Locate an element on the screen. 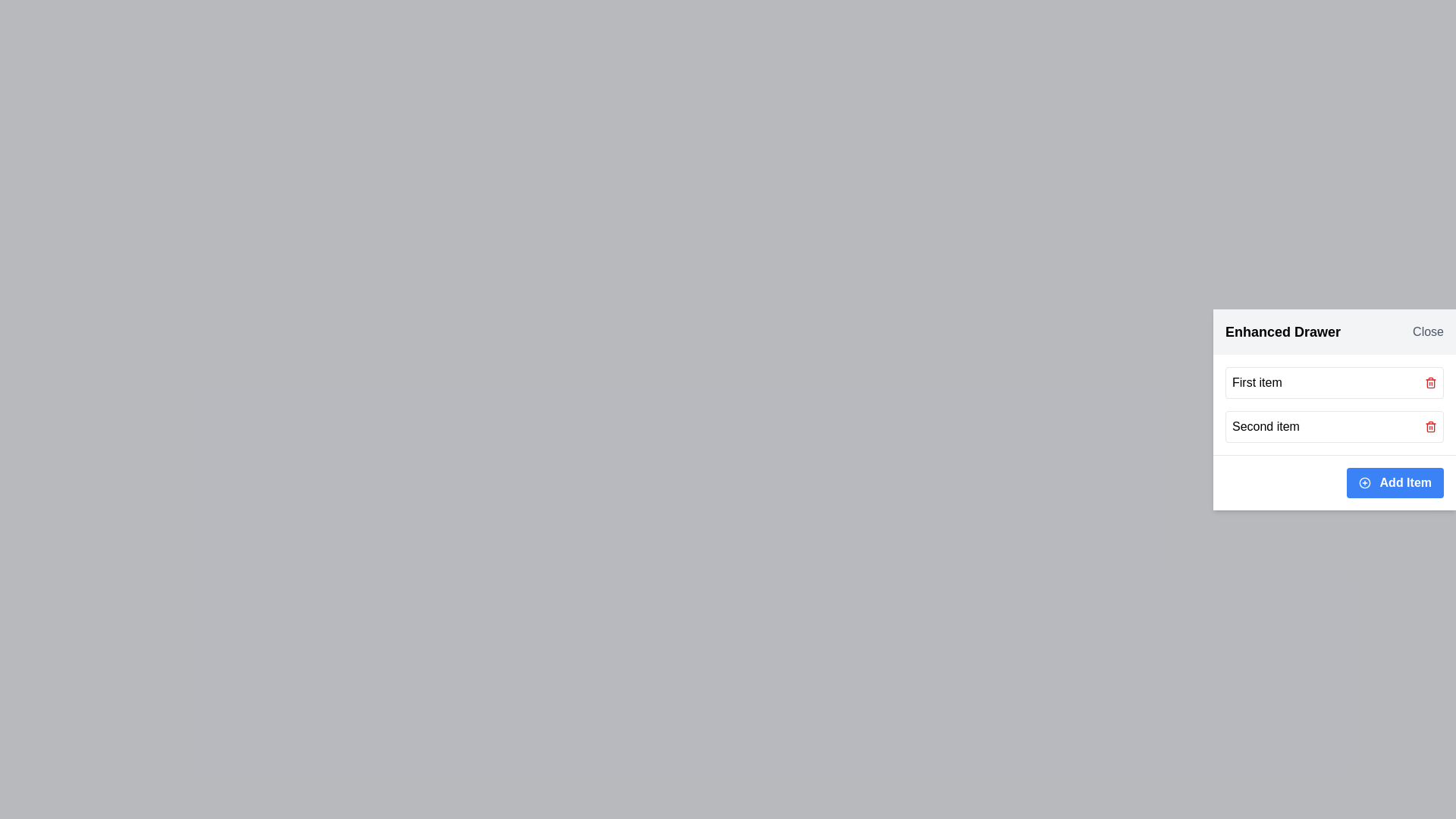  the delete icon button associated with 'First item' is located at coordinates (1429, 381).